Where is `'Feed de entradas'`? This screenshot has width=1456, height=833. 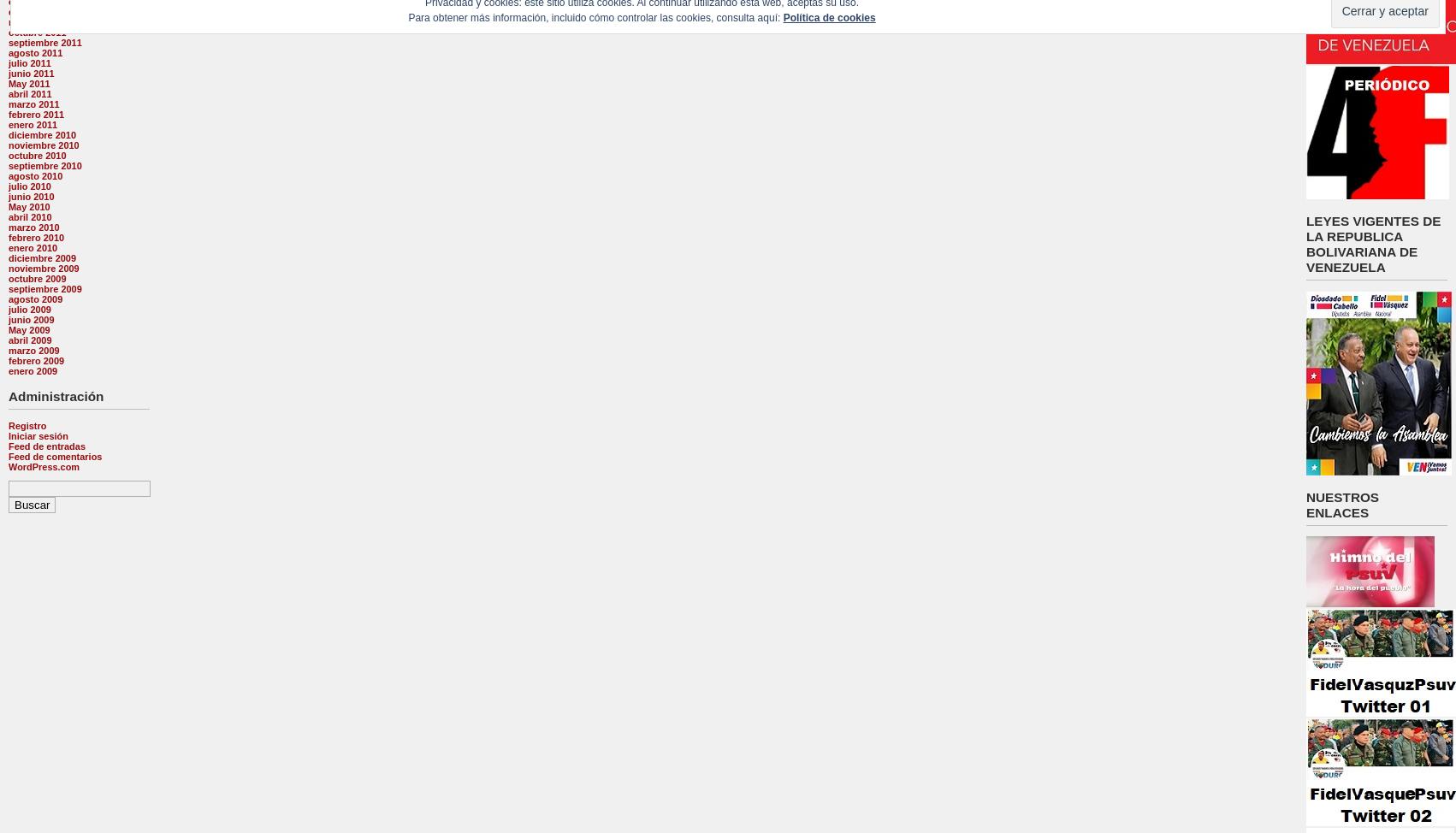
'Feed de entradas' is located at coordinates (46, 445).